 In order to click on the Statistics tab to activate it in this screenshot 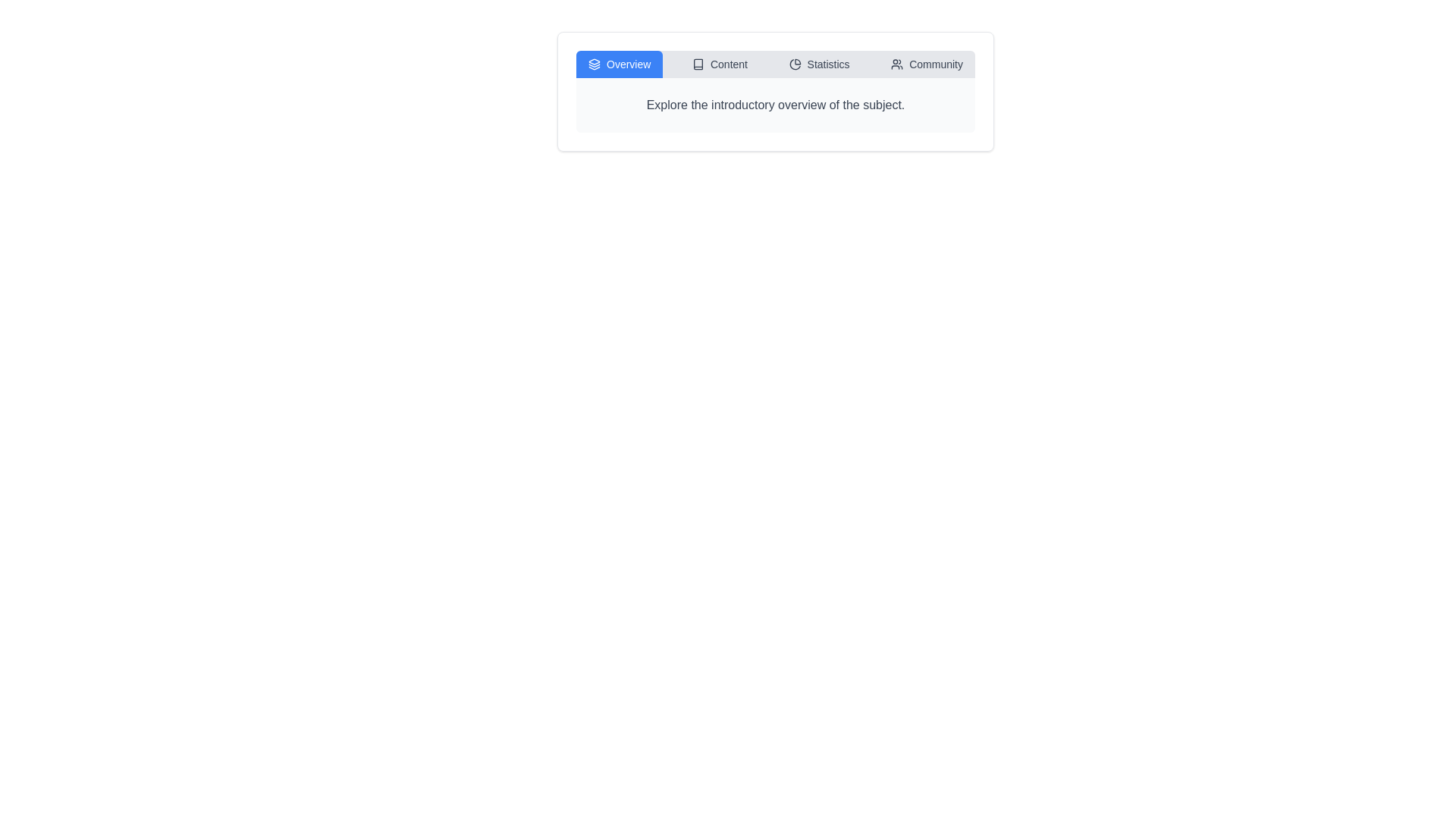, I will do `click(818, 63)`.